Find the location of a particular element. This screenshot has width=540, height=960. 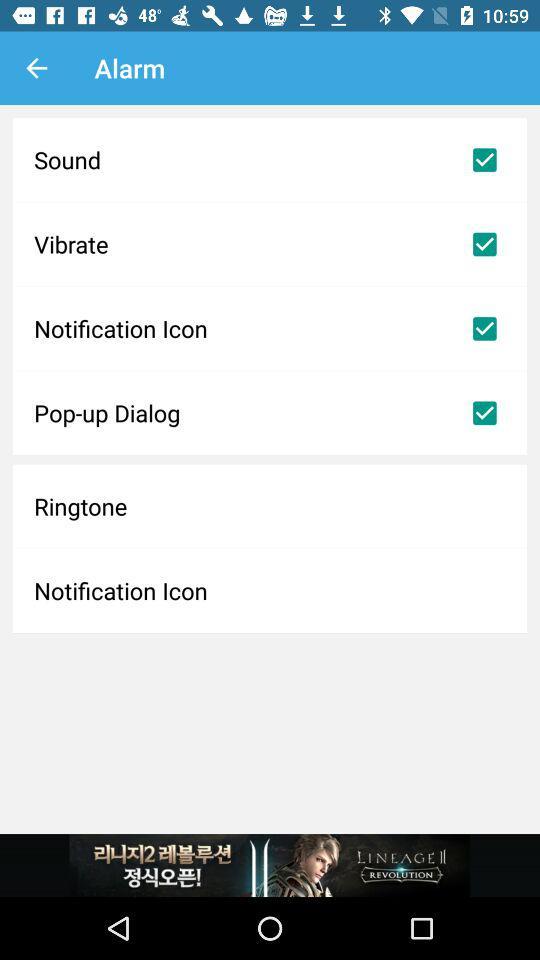

the icon to the left of alarm icon is located at coordinates (36, 68).